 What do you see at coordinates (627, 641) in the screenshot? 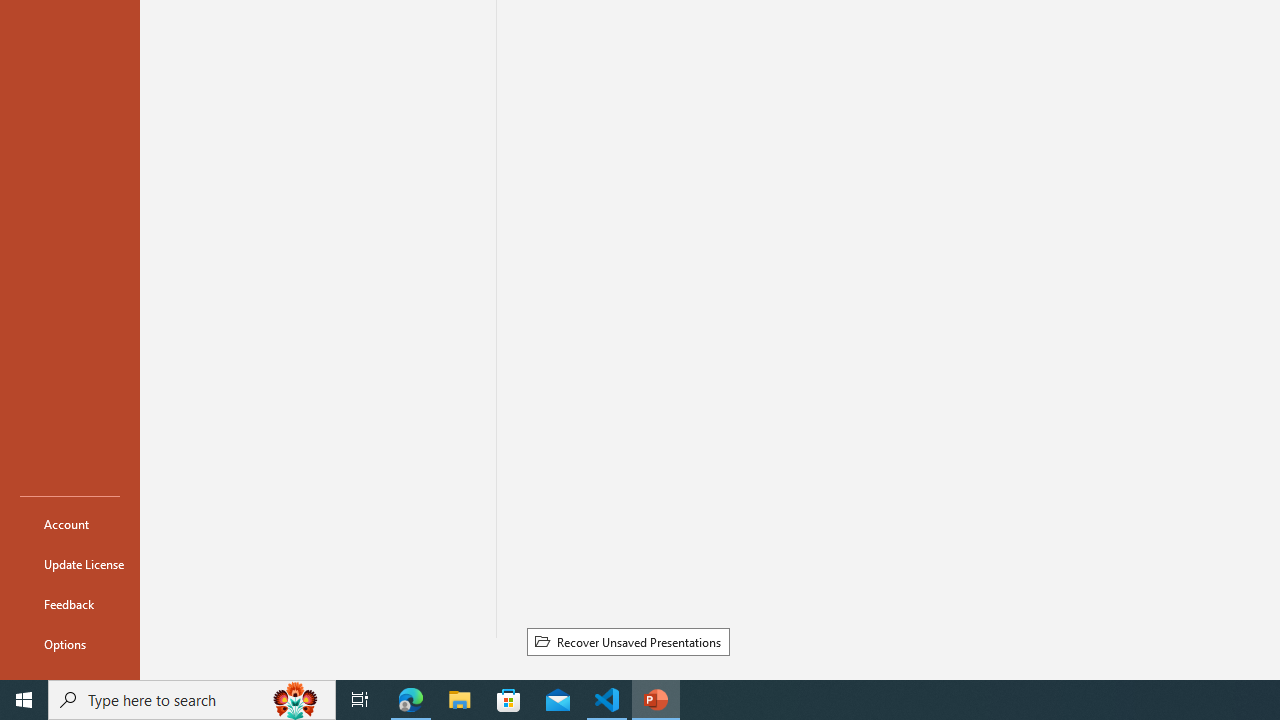
I see `'Recover Unsaved Presentations'` at bounding box center [627, 641].